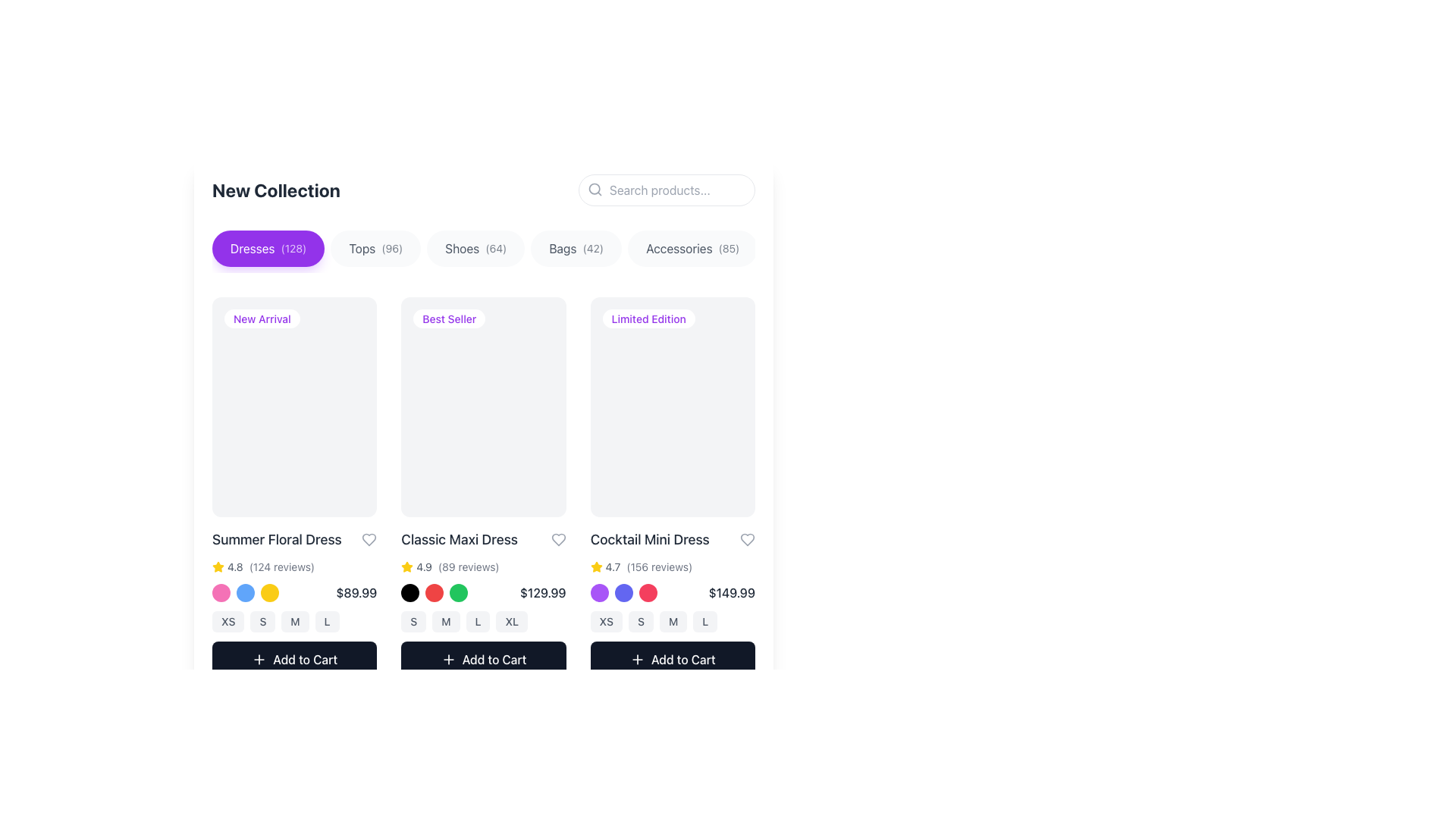 The width and height of the screenshot is (1456, 819). I want to click on the 'Dresses' text label within the purple oval button to highlight the text, so click(253, 247).